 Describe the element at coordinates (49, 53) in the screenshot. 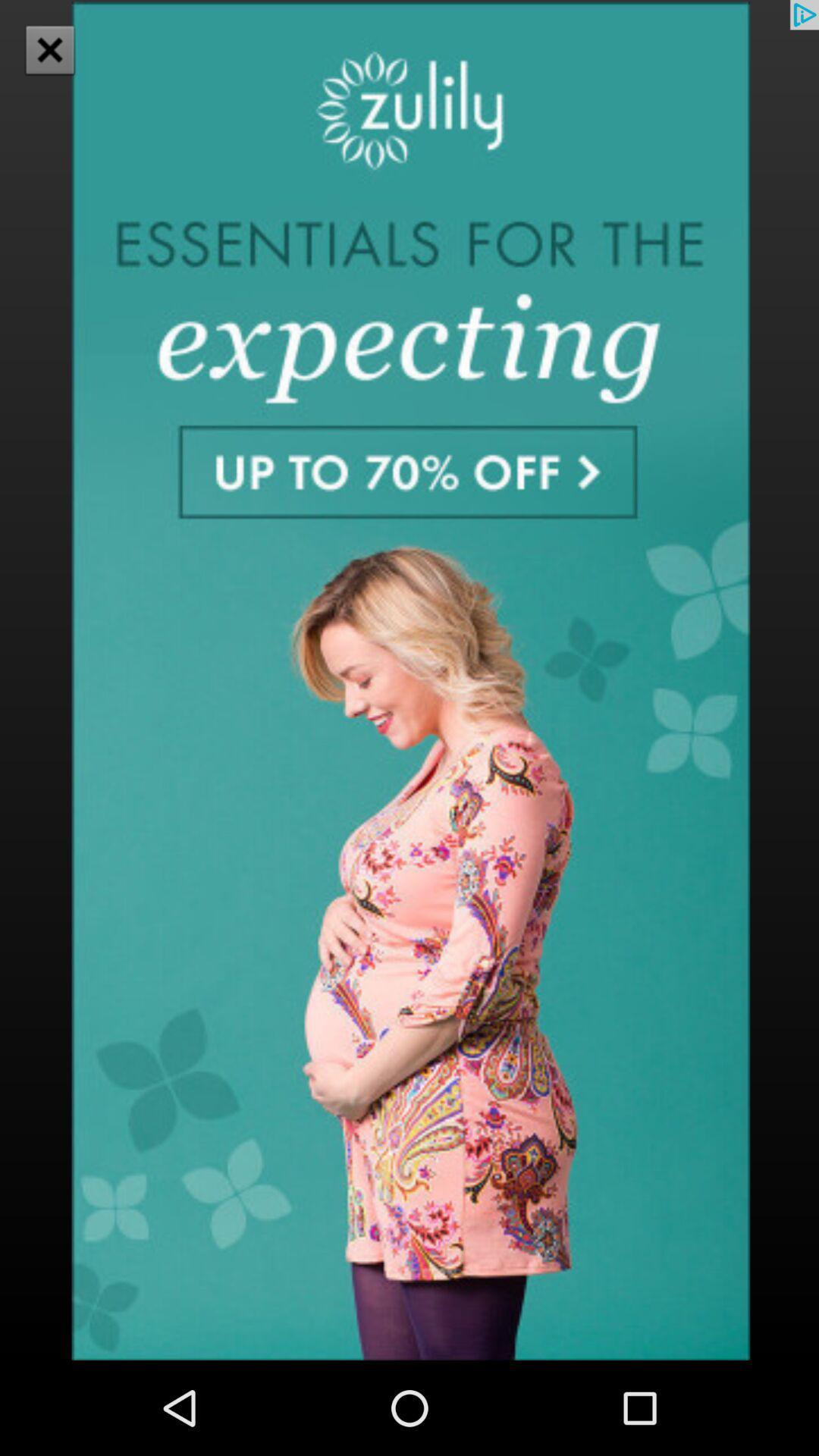

I see `the close icon` at that location.